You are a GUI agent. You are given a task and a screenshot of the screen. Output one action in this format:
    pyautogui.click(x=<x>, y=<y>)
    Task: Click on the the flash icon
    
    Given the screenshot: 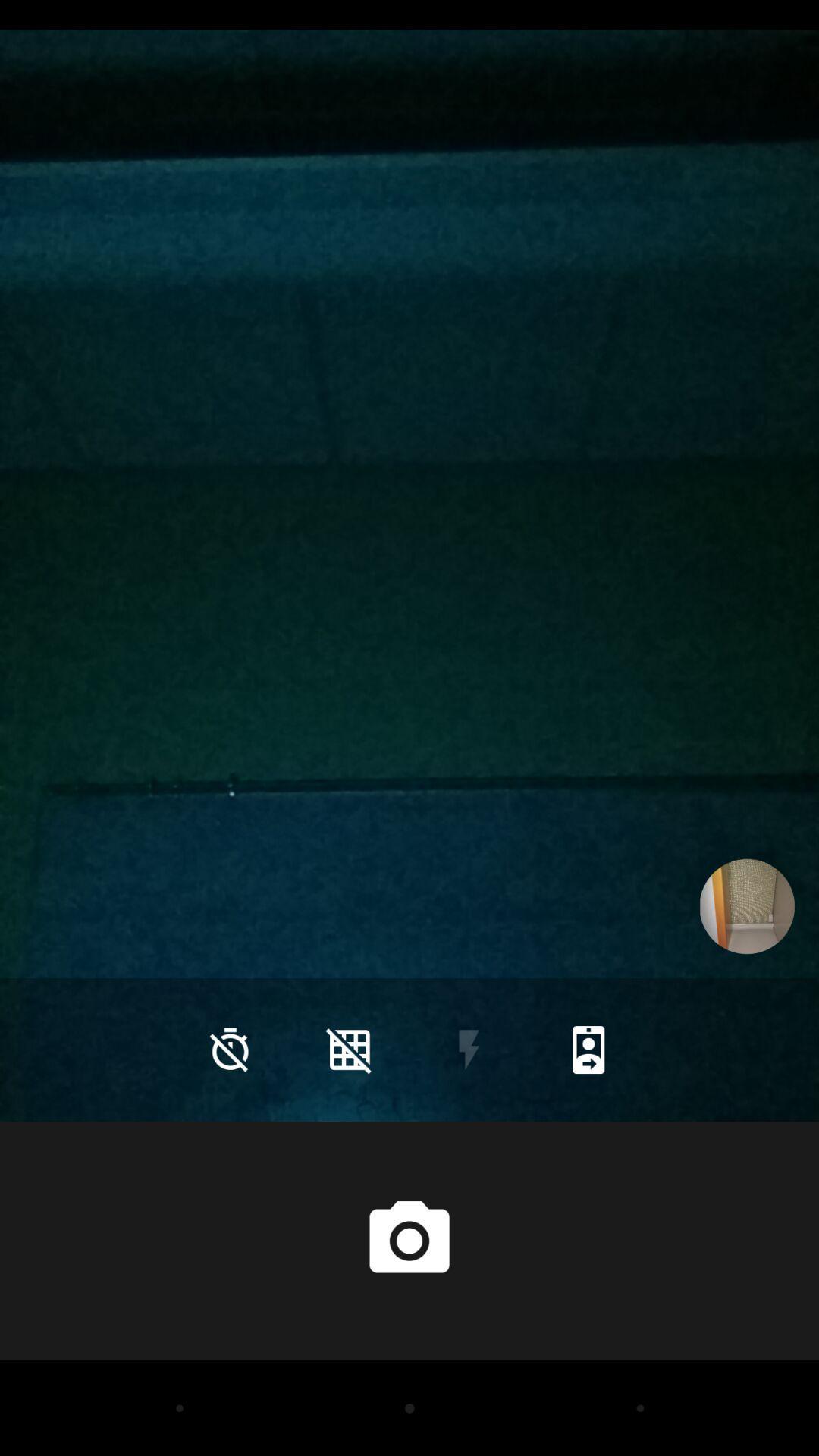 What is the action you would take?
    pyautogui.click(x=468, y=1049)
    